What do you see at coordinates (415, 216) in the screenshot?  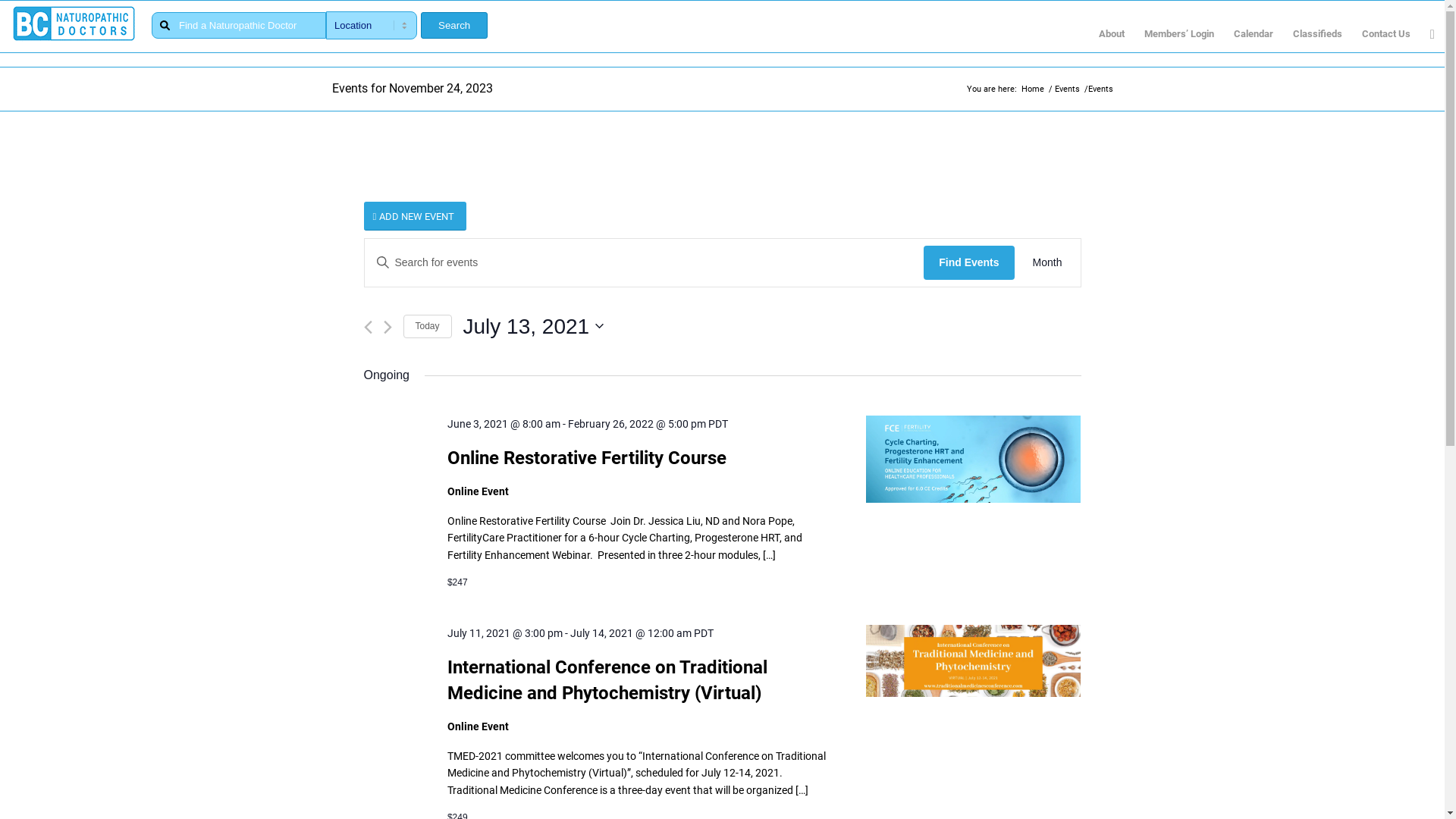 I see `'ADD NEW EVENT'` at bounding box center [415, 216].